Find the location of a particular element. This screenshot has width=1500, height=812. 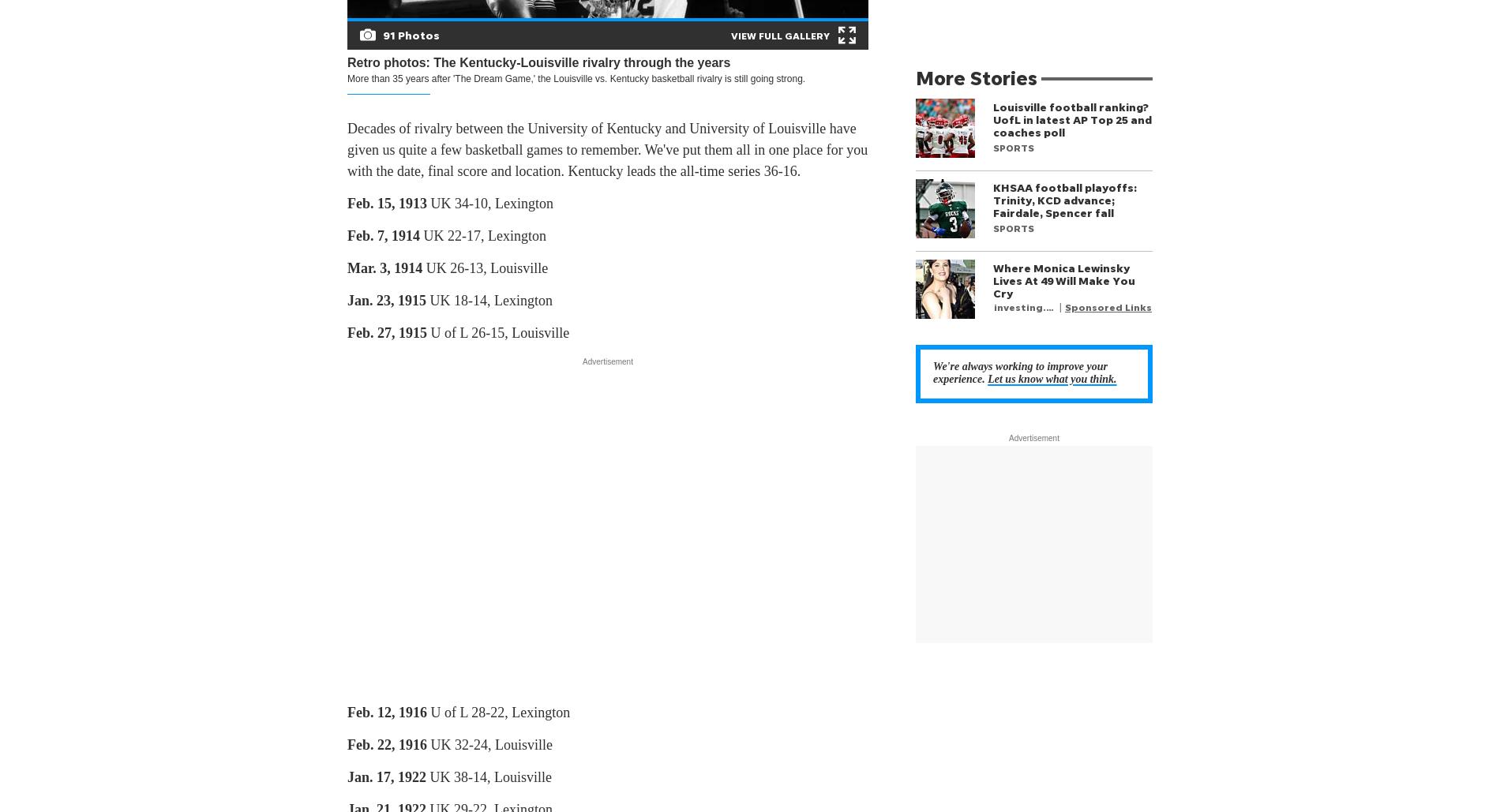

'Jan. 23, 1915' is located at coordinates (387, 300).